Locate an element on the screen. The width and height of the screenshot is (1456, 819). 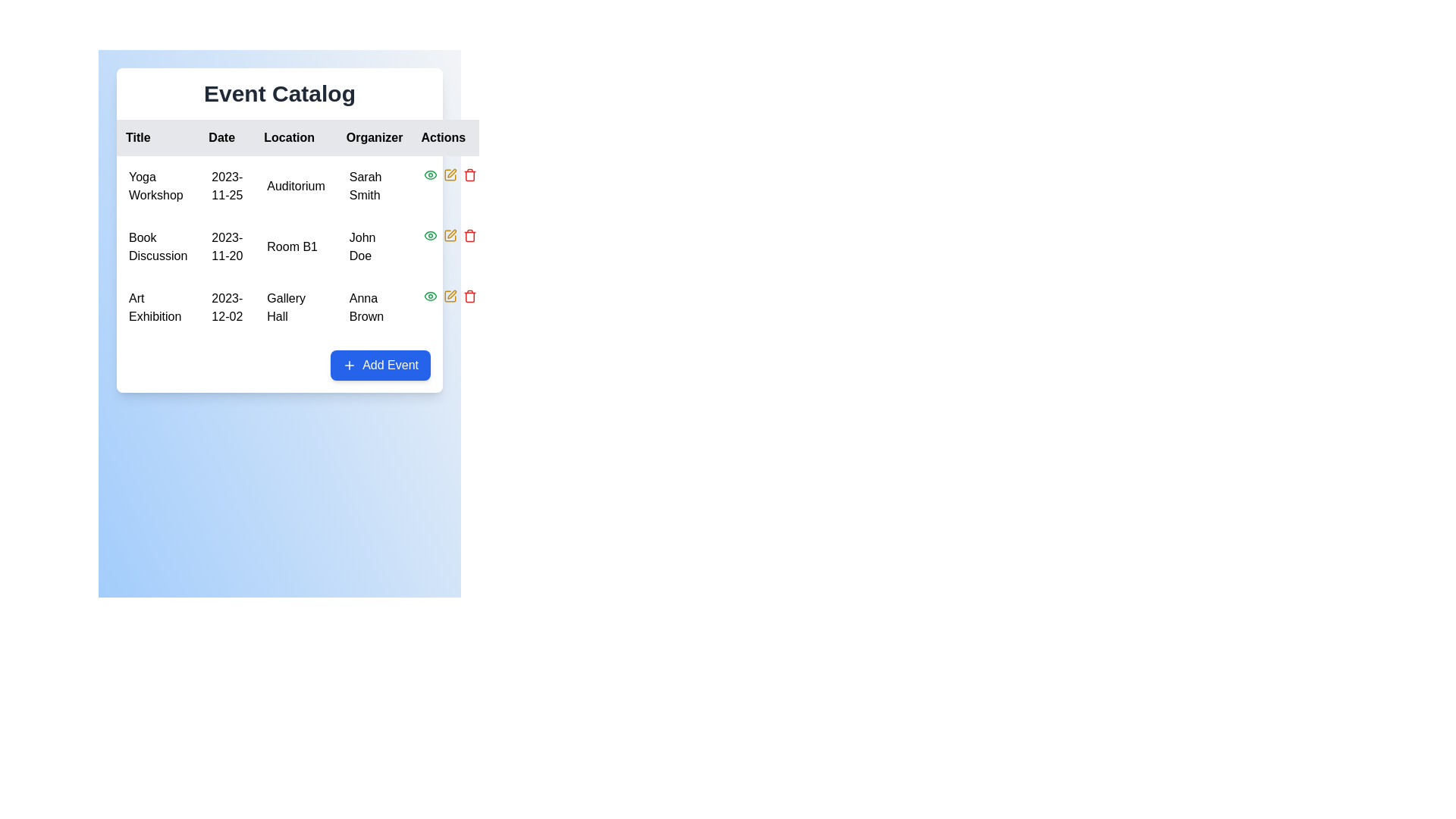
the red trash icon button in the 'Actions' column of the second row is located at coordinates (469, 236).